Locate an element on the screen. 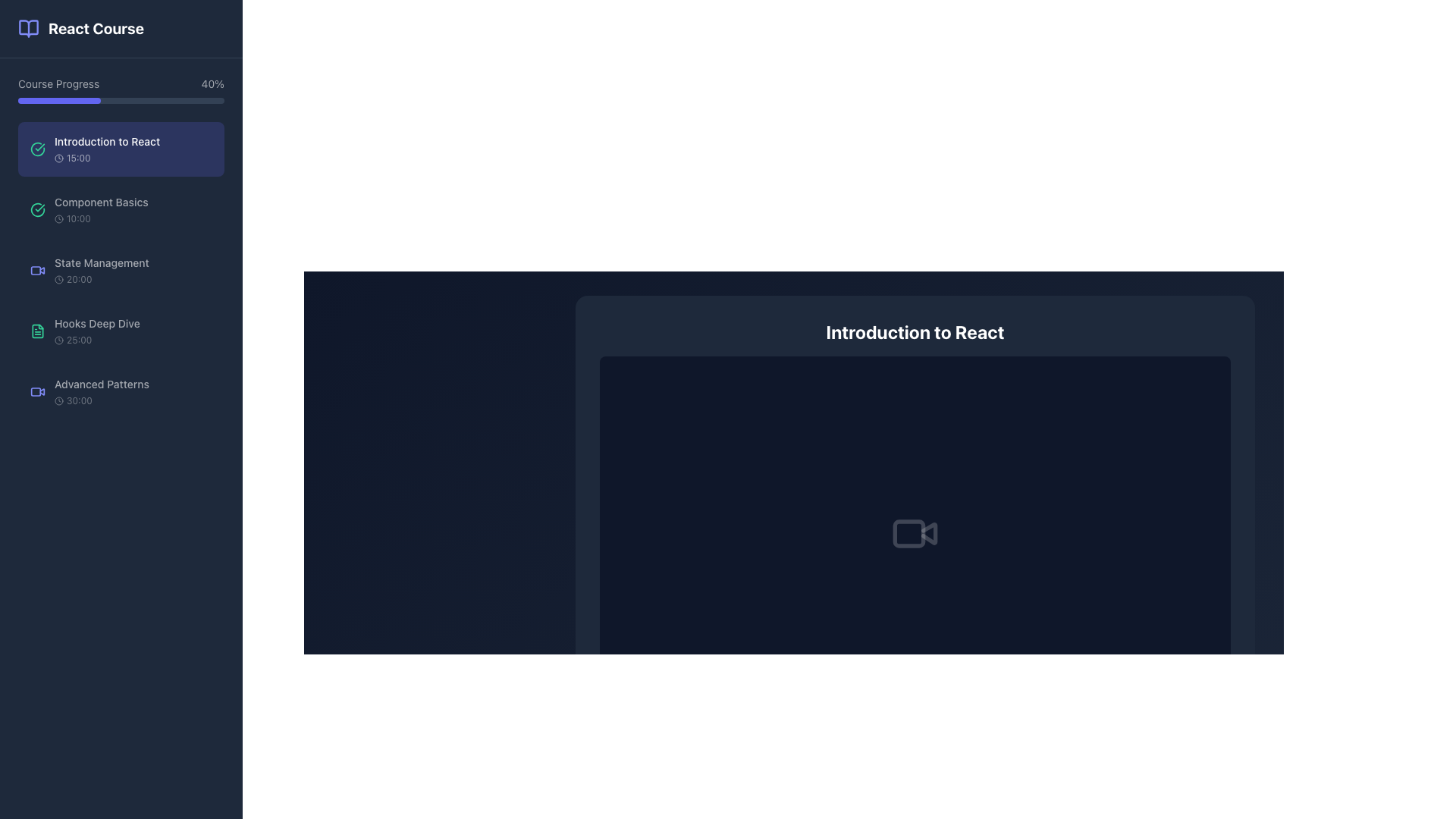  the interactive list item labeled 'Hooks Deep Dive', which is the fourth item in the vertical list of course modules is located at coordinates (120, 330).